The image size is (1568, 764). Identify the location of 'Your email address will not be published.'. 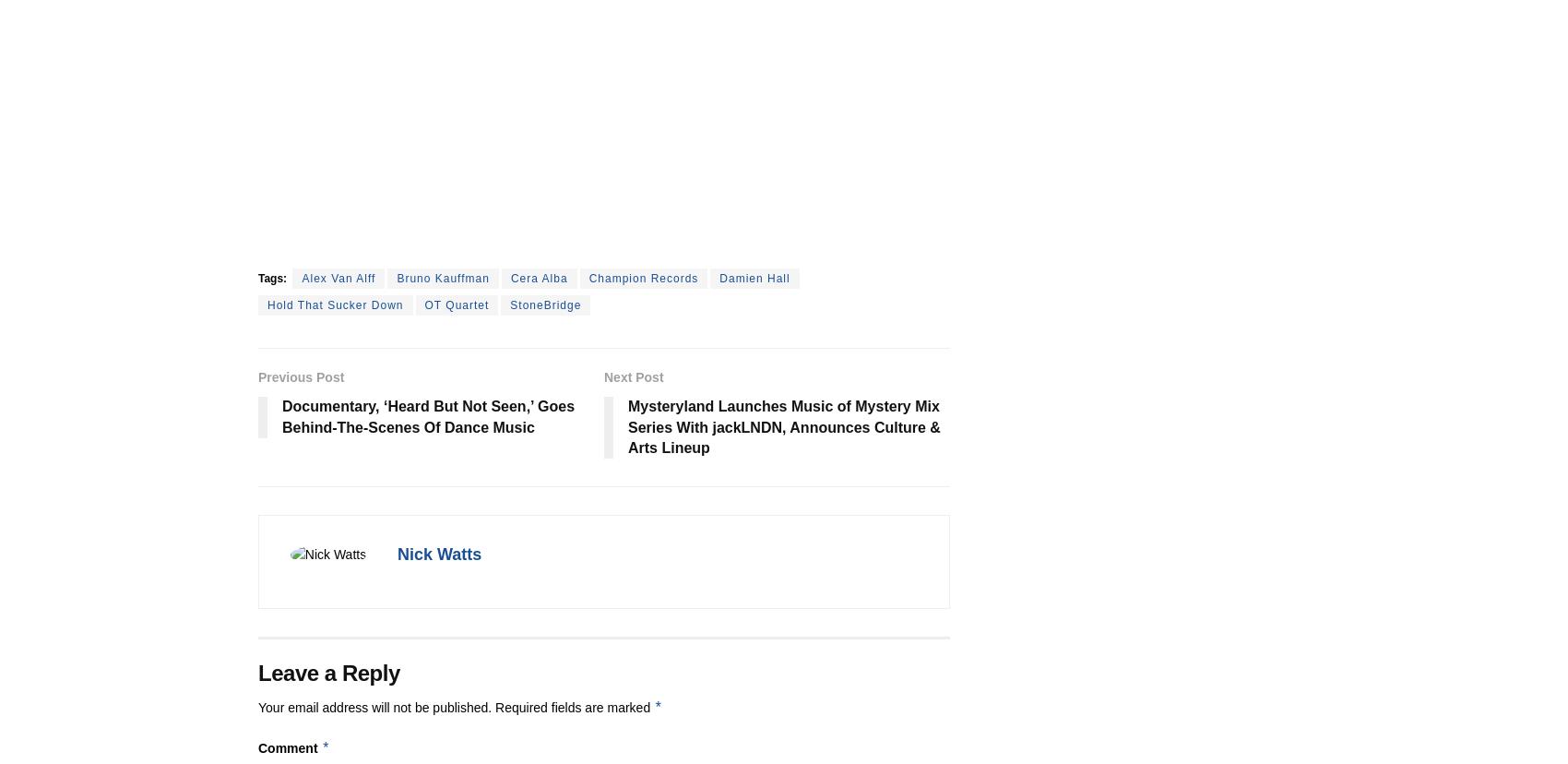
(257, 707).